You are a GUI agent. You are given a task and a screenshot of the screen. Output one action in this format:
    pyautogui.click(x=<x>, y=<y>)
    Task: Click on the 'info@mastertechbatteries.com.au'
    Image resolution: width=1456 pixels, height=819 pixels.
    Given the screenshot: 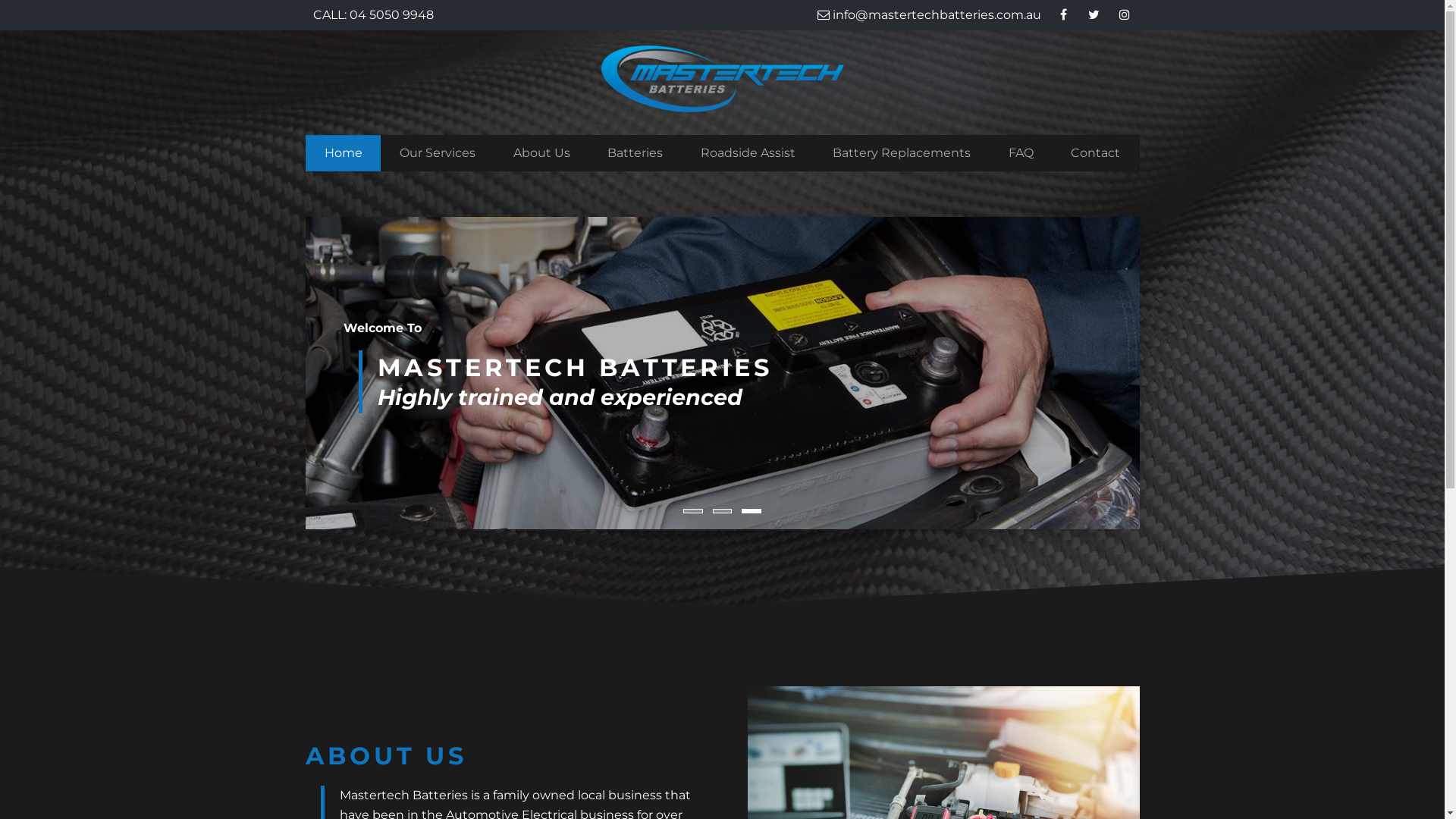 What is the action you would take?
    pyautogui.click(x=928, y=14)
    